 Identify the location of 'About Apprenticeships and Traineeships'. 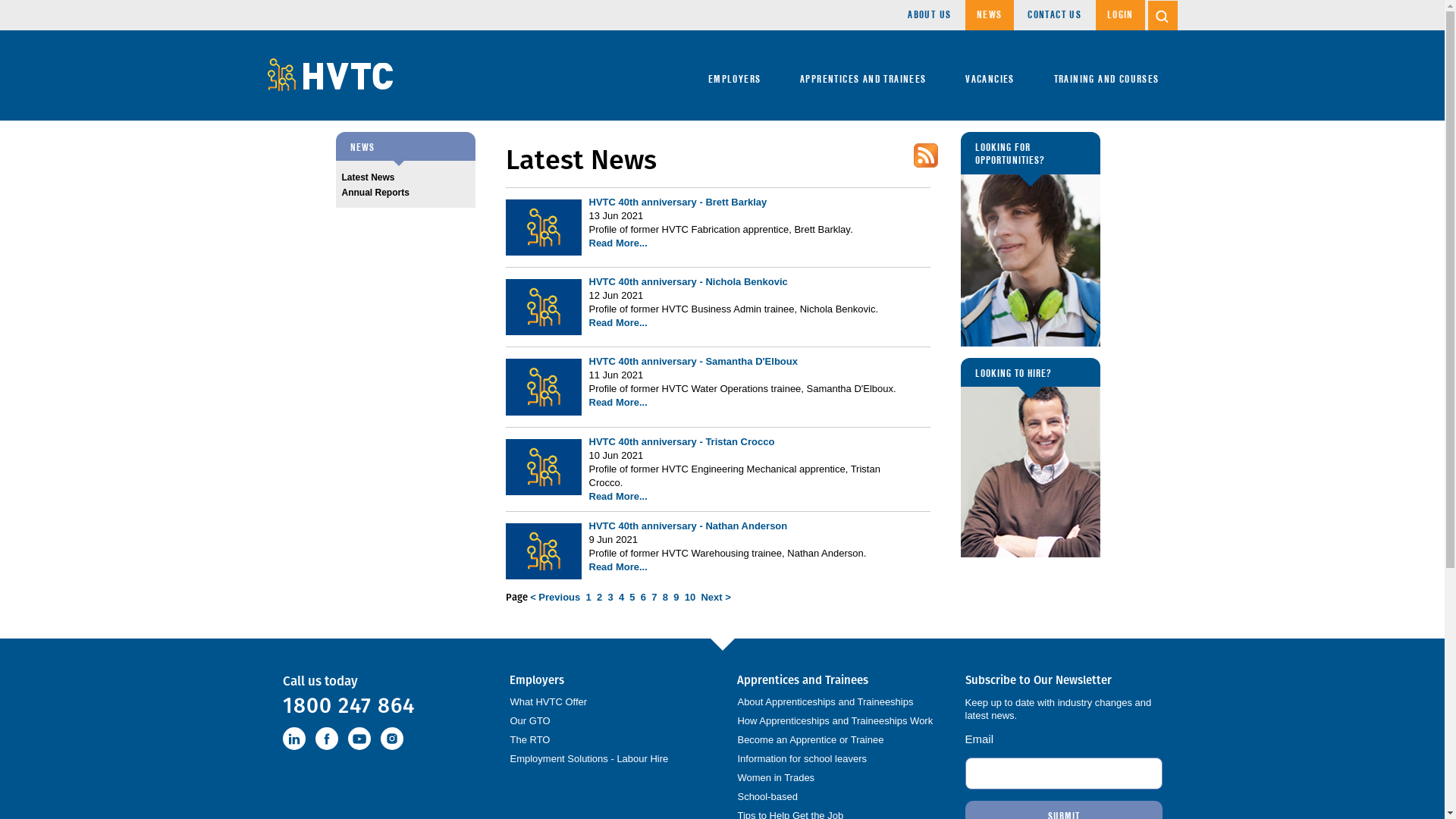
(824, 701).